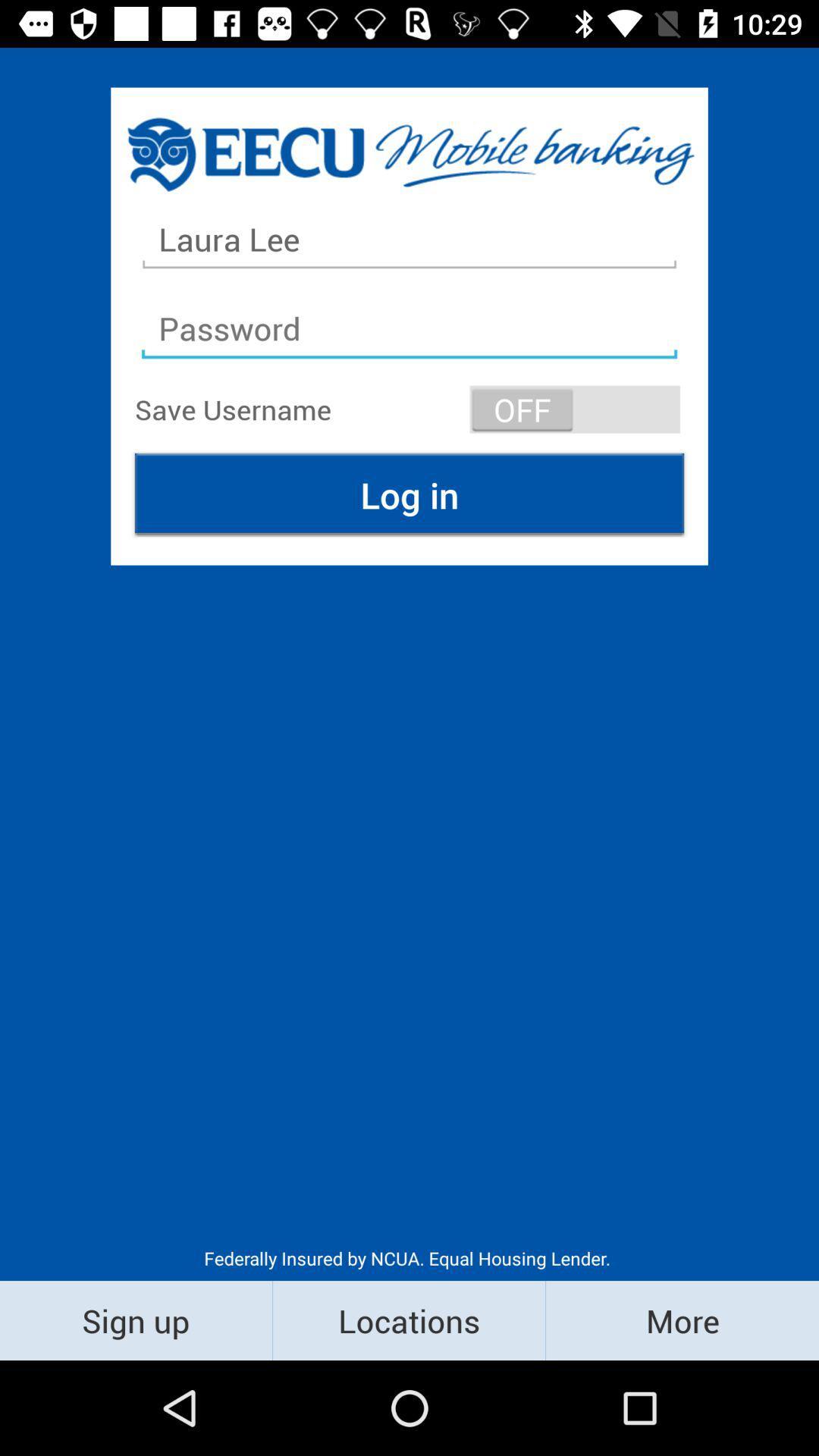 The width and height of the screenshot is (819, 1456). I want to click on log in at the center, so click(409, 494).